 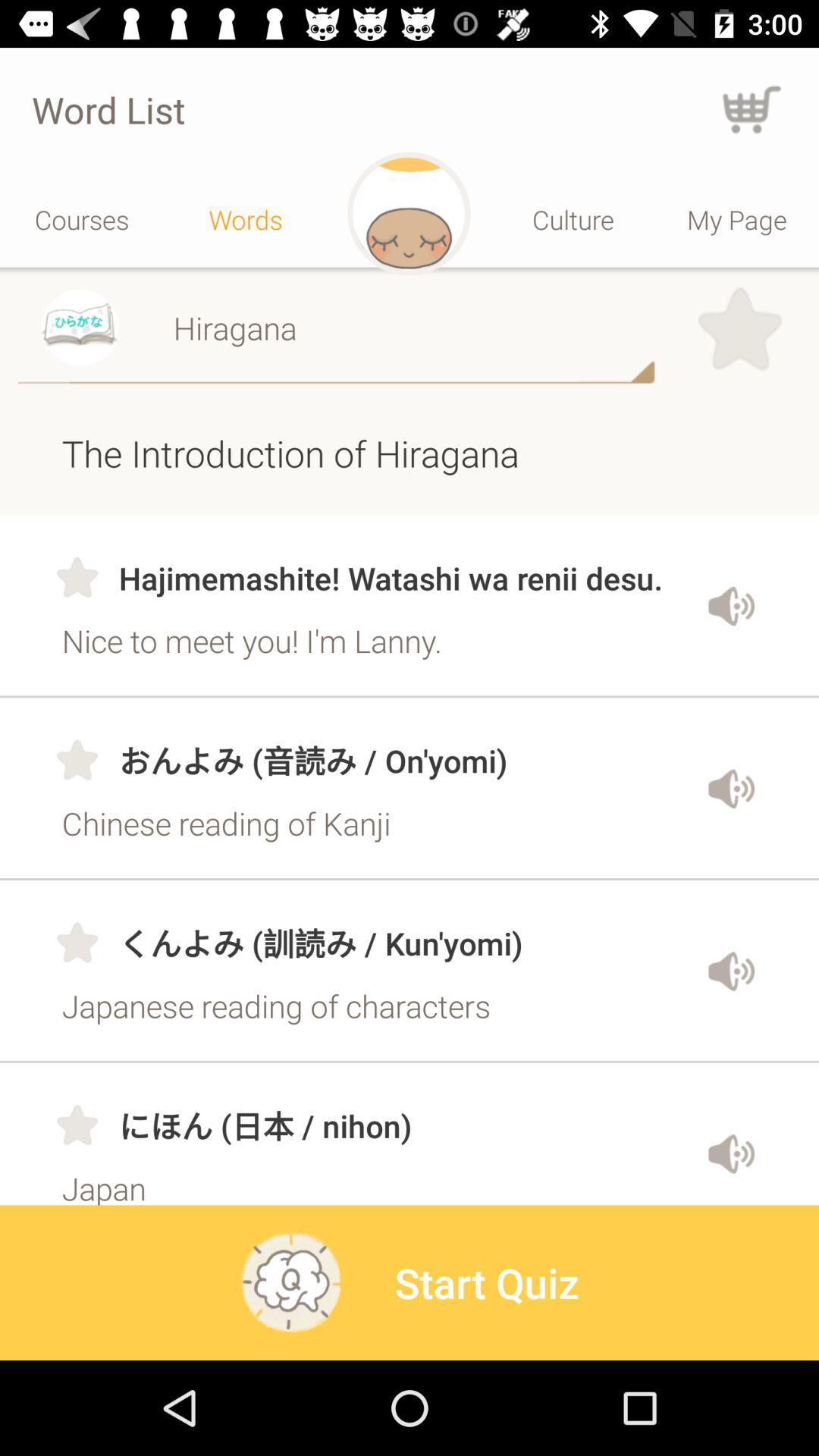 I want to click on the cart icon, so click(x=752, y=108).